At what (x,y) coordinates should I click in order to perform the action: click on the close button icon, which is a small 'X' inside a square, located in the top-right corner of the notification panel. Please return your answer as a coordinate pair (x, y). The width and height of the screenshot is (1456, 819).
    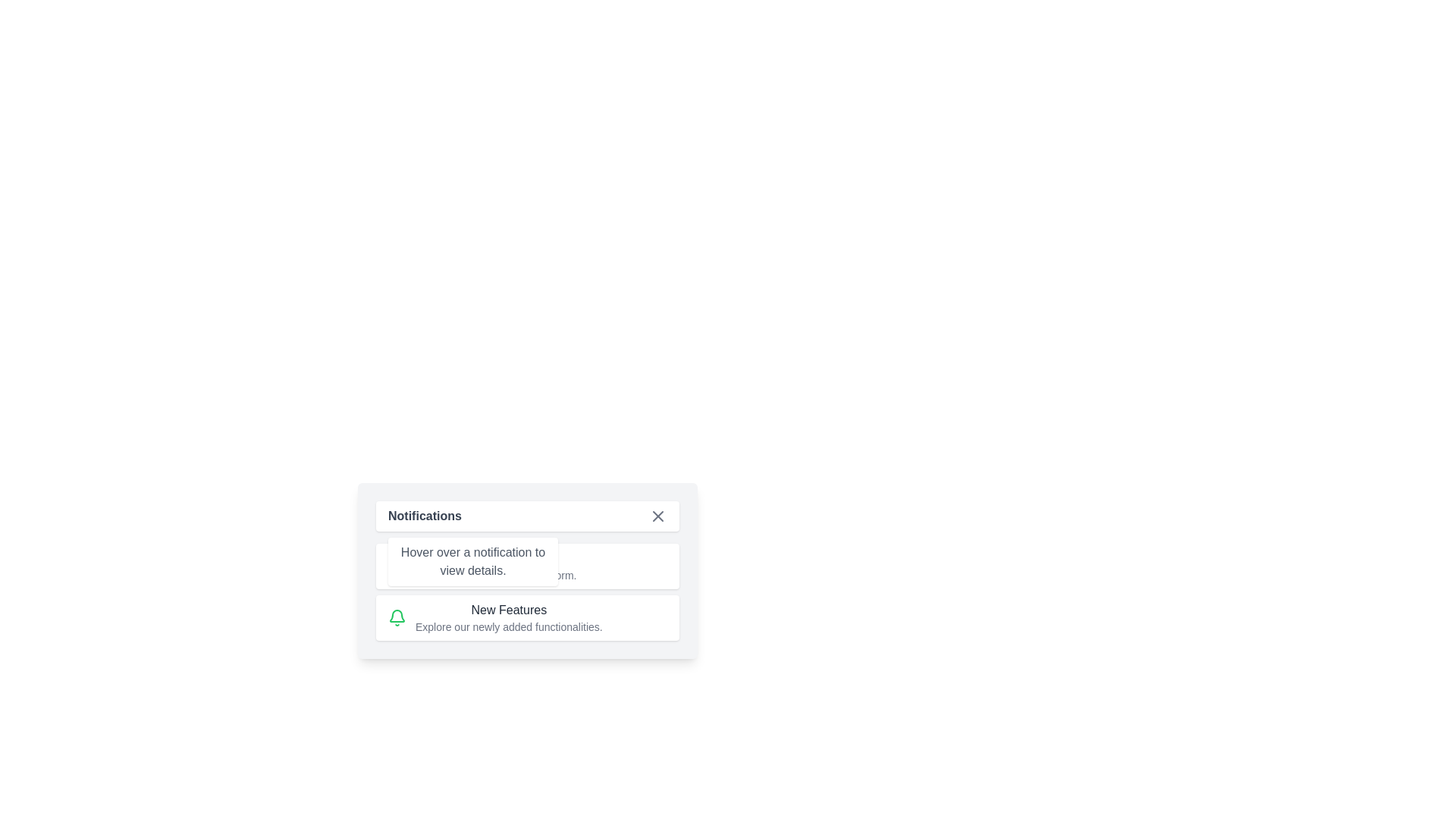
    Looking at the image, I should click on (658, 516).